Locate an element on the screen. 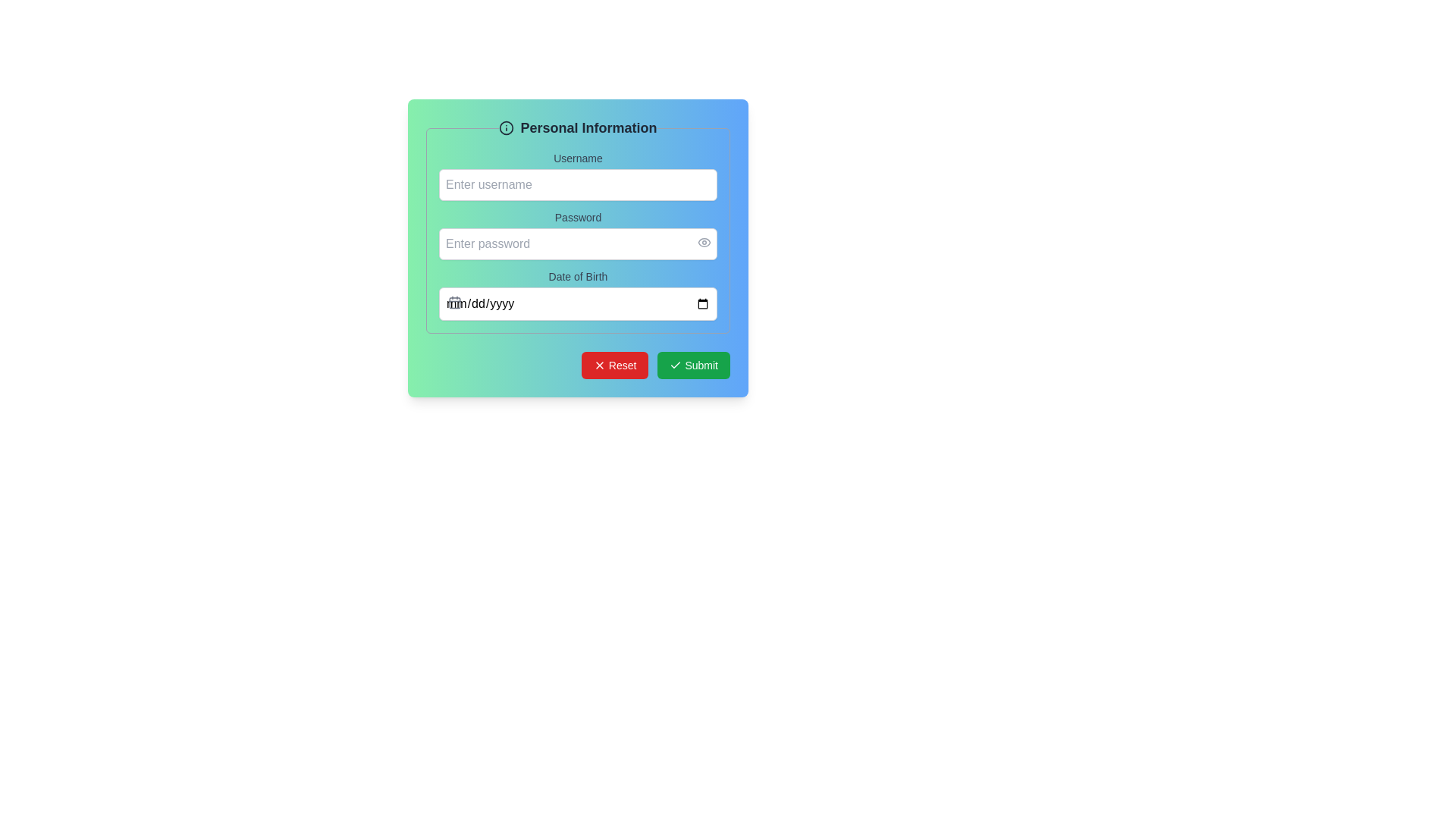  the button that toggles the visibility of the password in the input field to switch between obscured and plain text modes is located at coordinates (704, 242).